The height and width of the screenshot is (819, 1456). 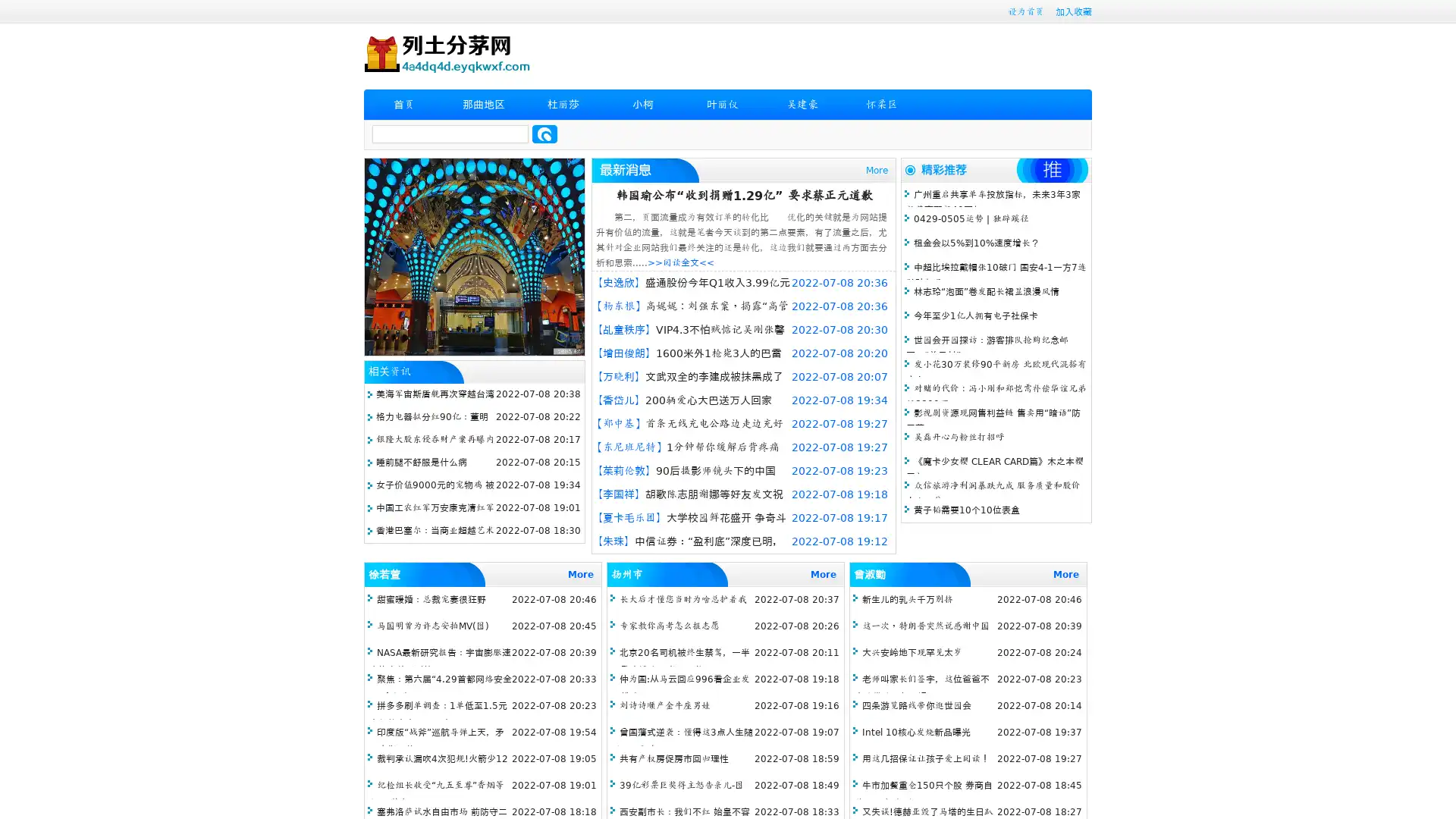 I want to click on Search, so click(x=544, y=133).